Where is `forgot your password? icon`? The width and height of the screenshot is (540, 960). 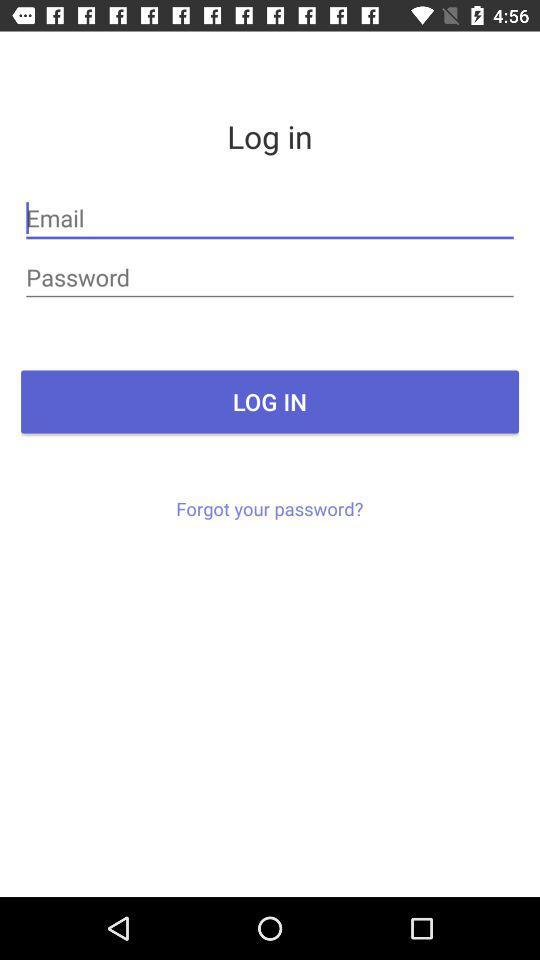 forgot your password? icon is located at coordinates (269, 507).